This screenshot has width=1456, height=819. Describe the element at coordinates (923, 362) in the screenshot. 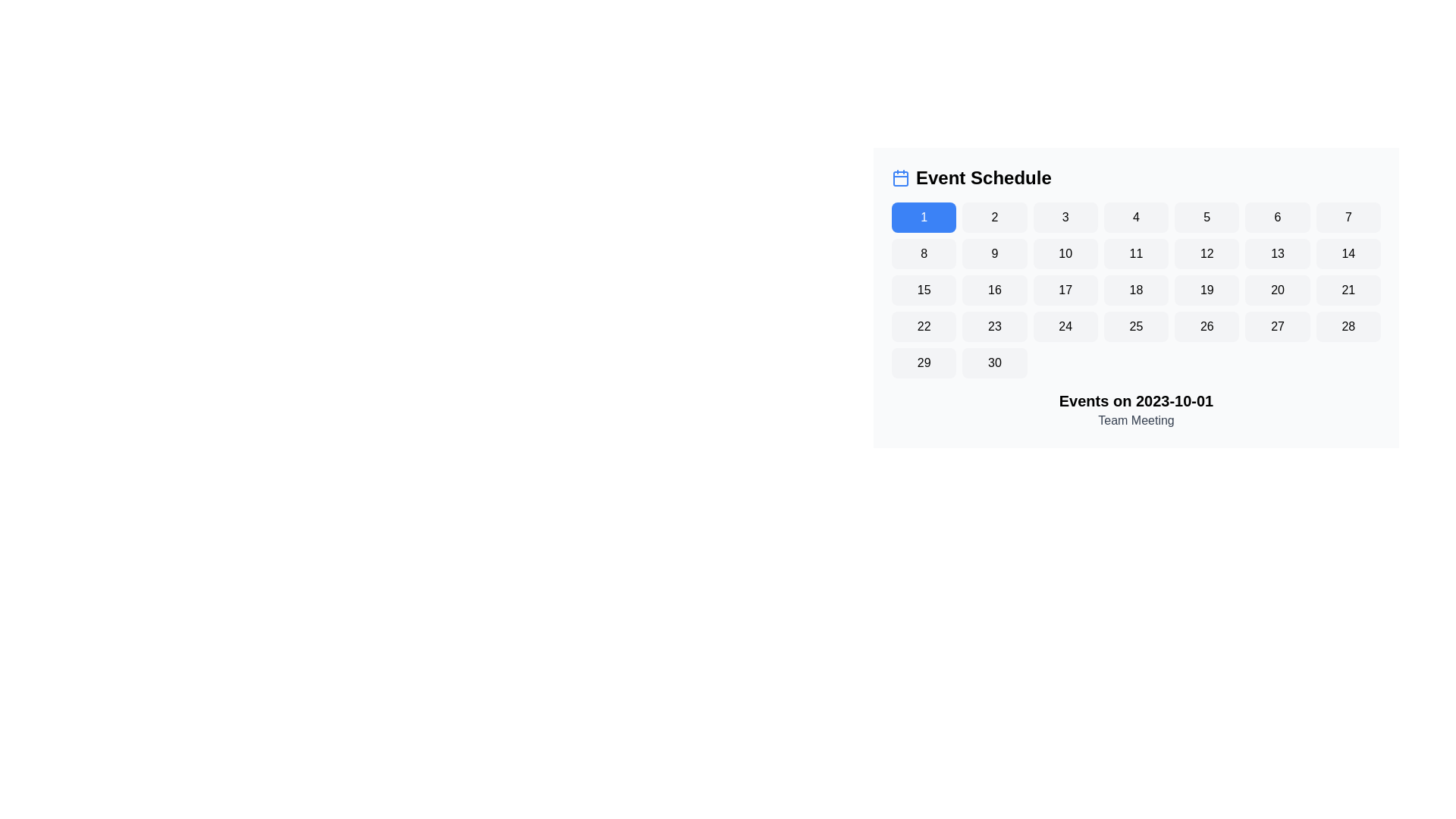

I see `the button representing the date 29 in the calendar-style interface, located in the last row of the grid layout` at that location.